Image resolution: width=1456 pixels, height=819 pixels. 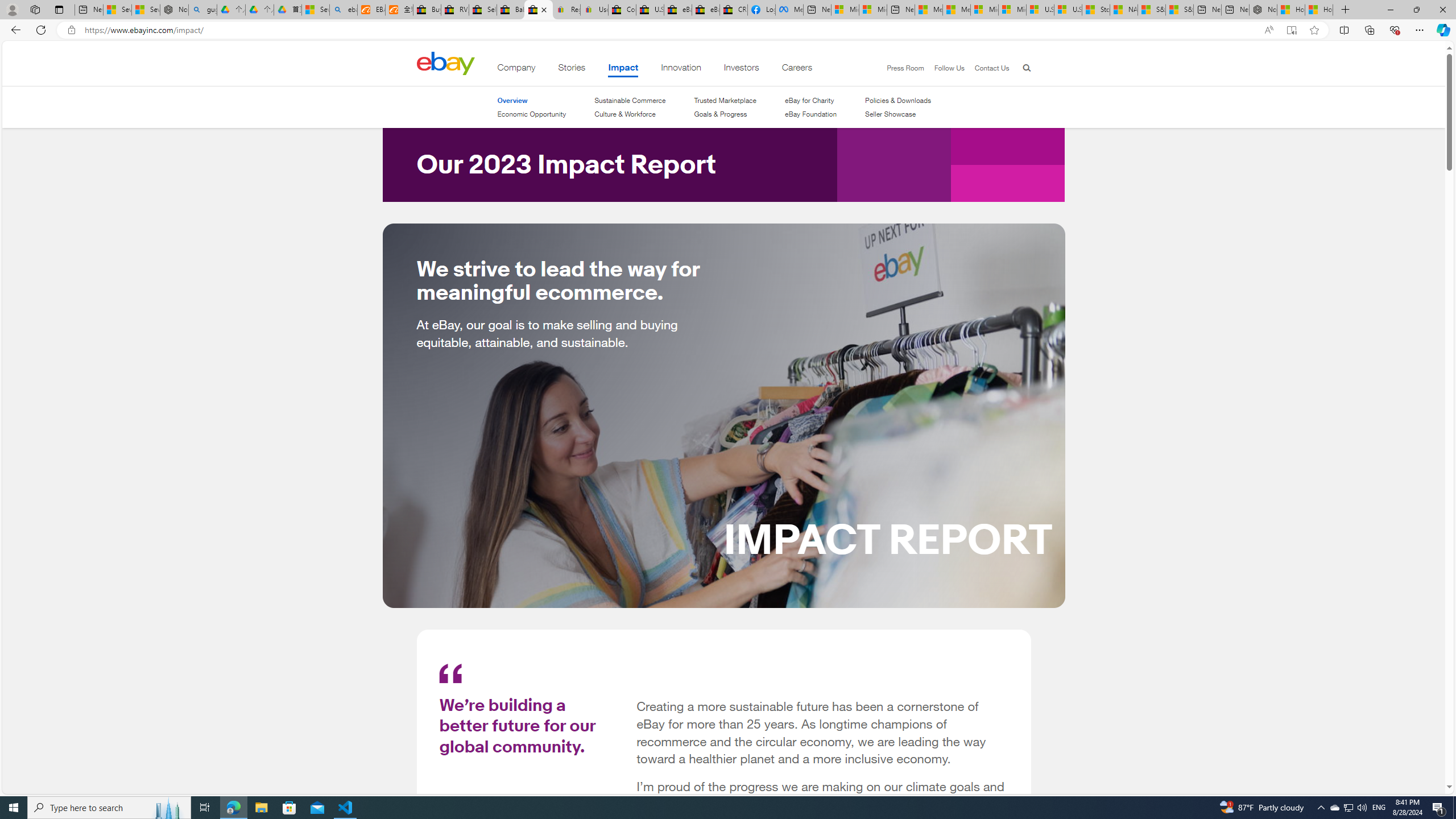 I want to click on 'Investors', so click(x=741, y=69).